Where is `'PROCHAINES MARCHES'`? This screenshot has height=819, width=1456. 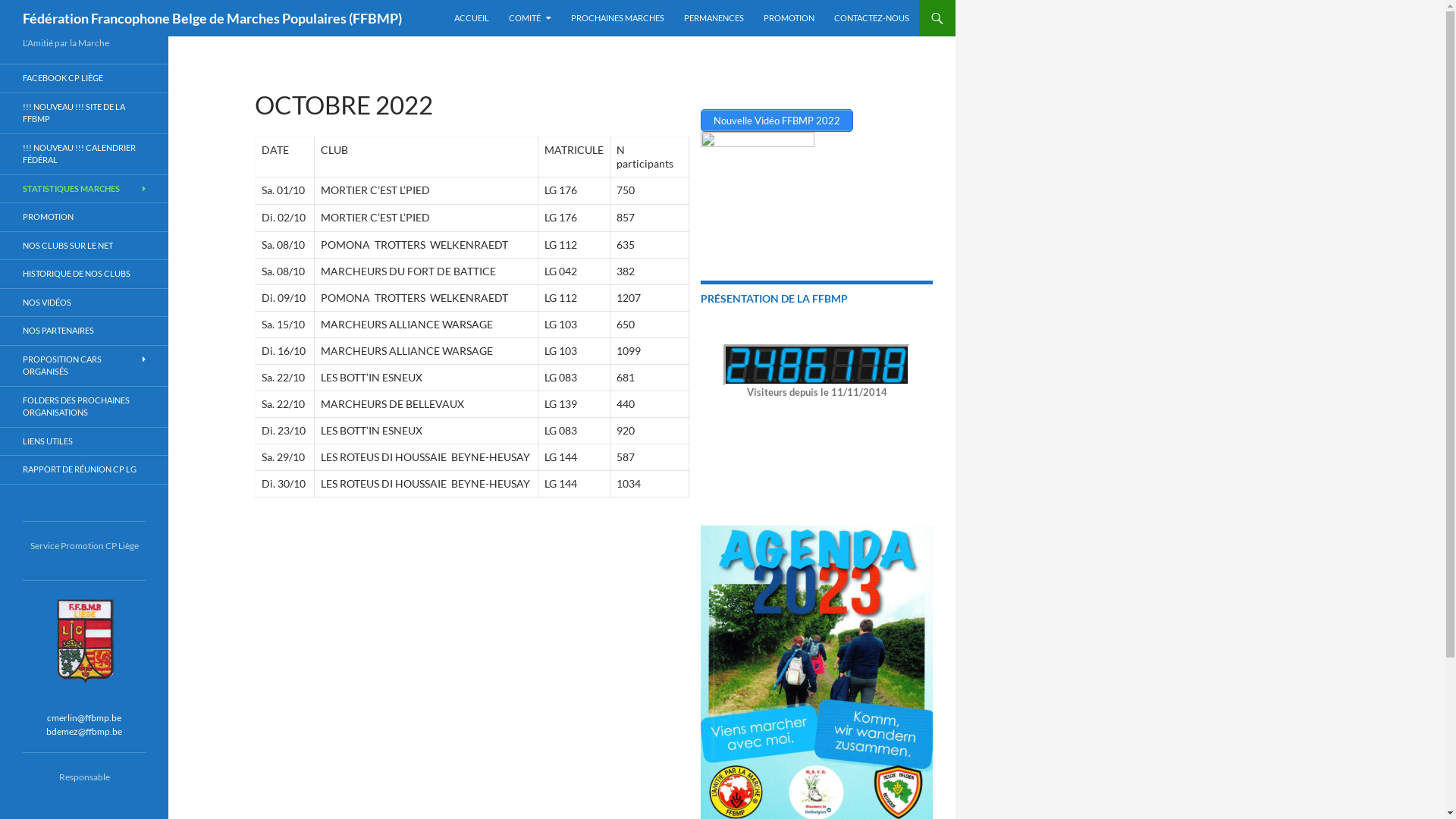
'PROCHAINES MARCHES' is located at coordinates (617, 17).